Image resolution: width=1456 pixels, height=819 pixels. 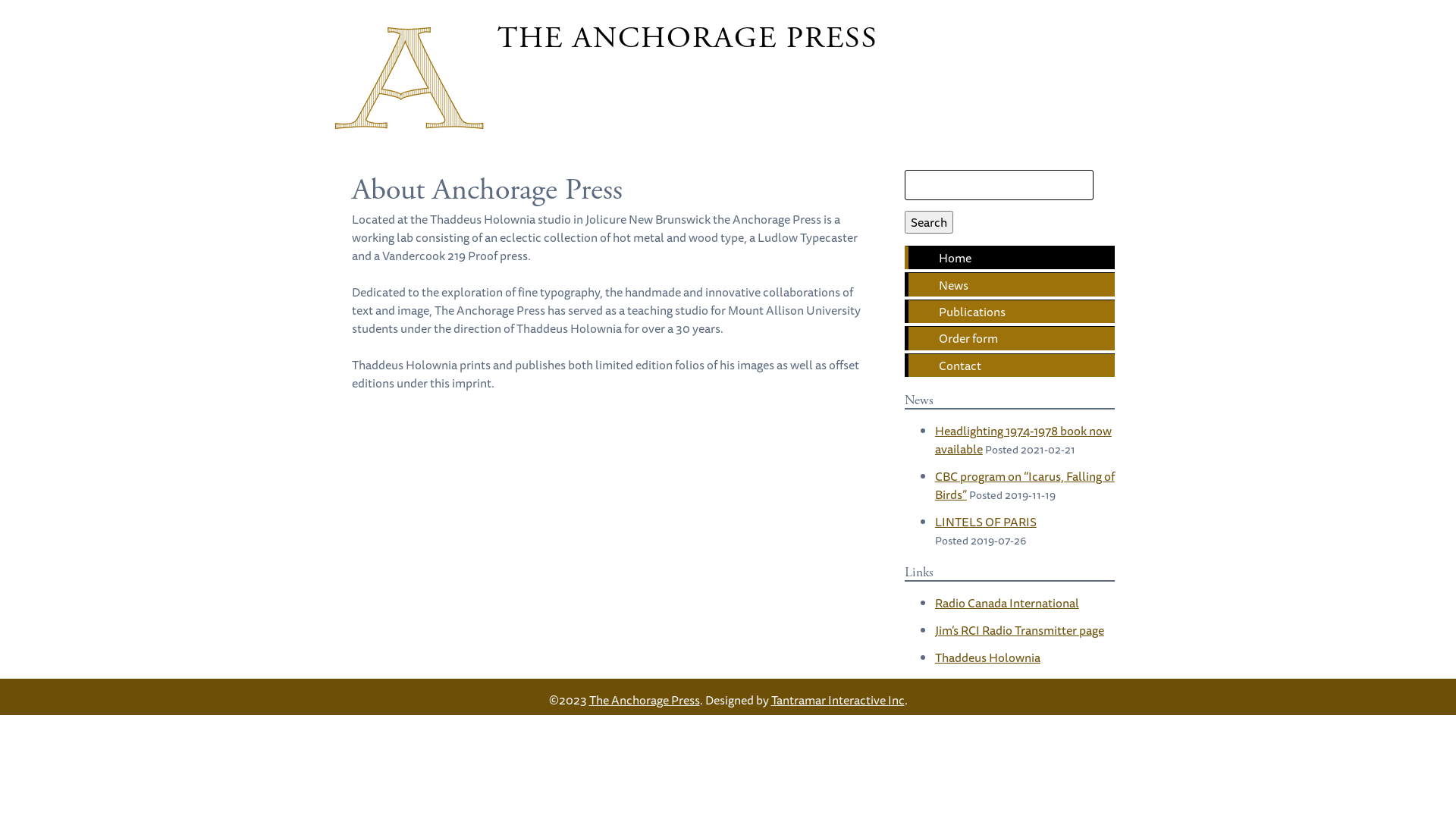 I want to click on 'Headlighting 1974-1978 book now available', so click(x=1023, y=439).